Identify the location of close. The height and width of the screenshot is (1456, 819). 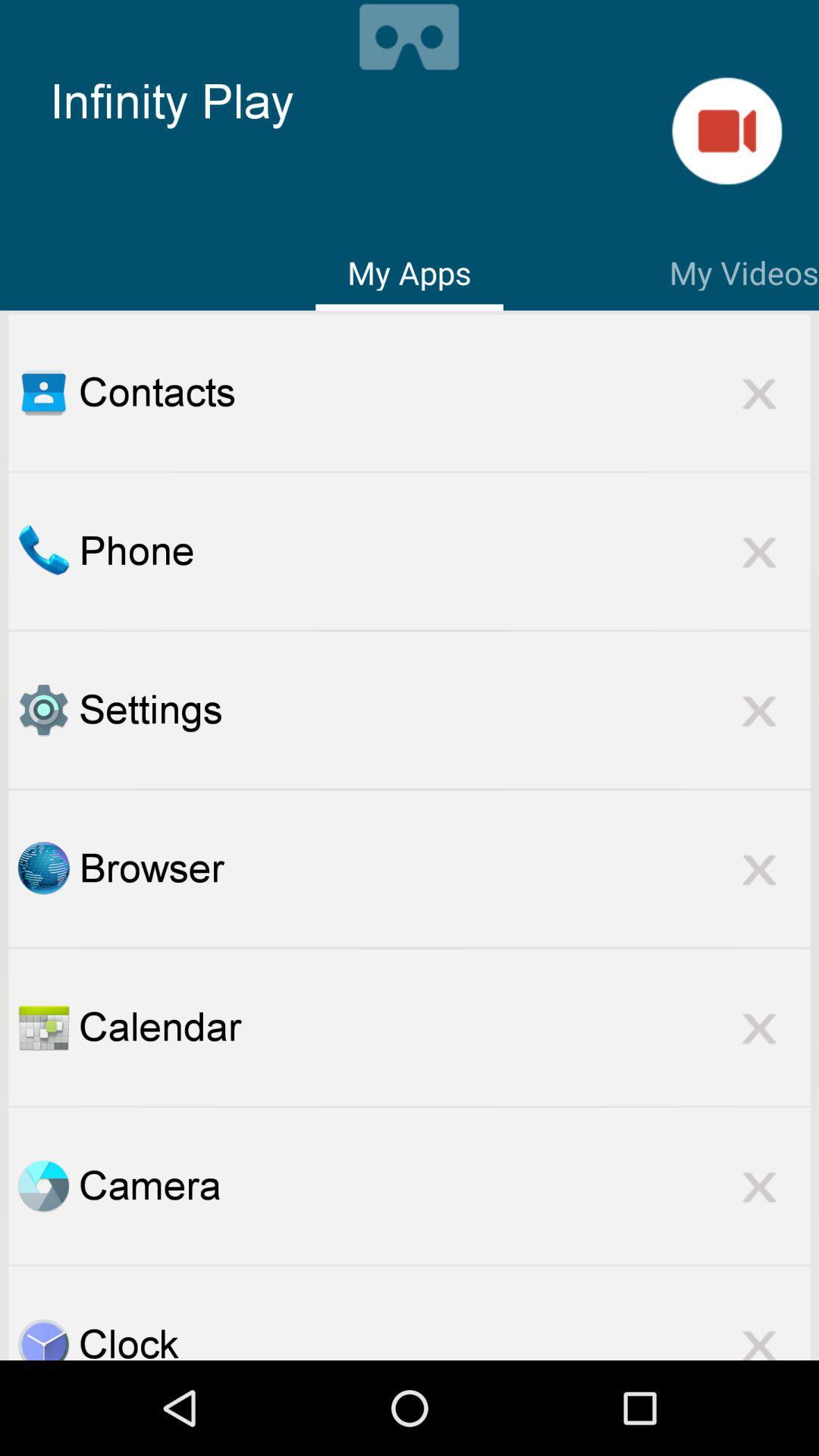
(759, 392).